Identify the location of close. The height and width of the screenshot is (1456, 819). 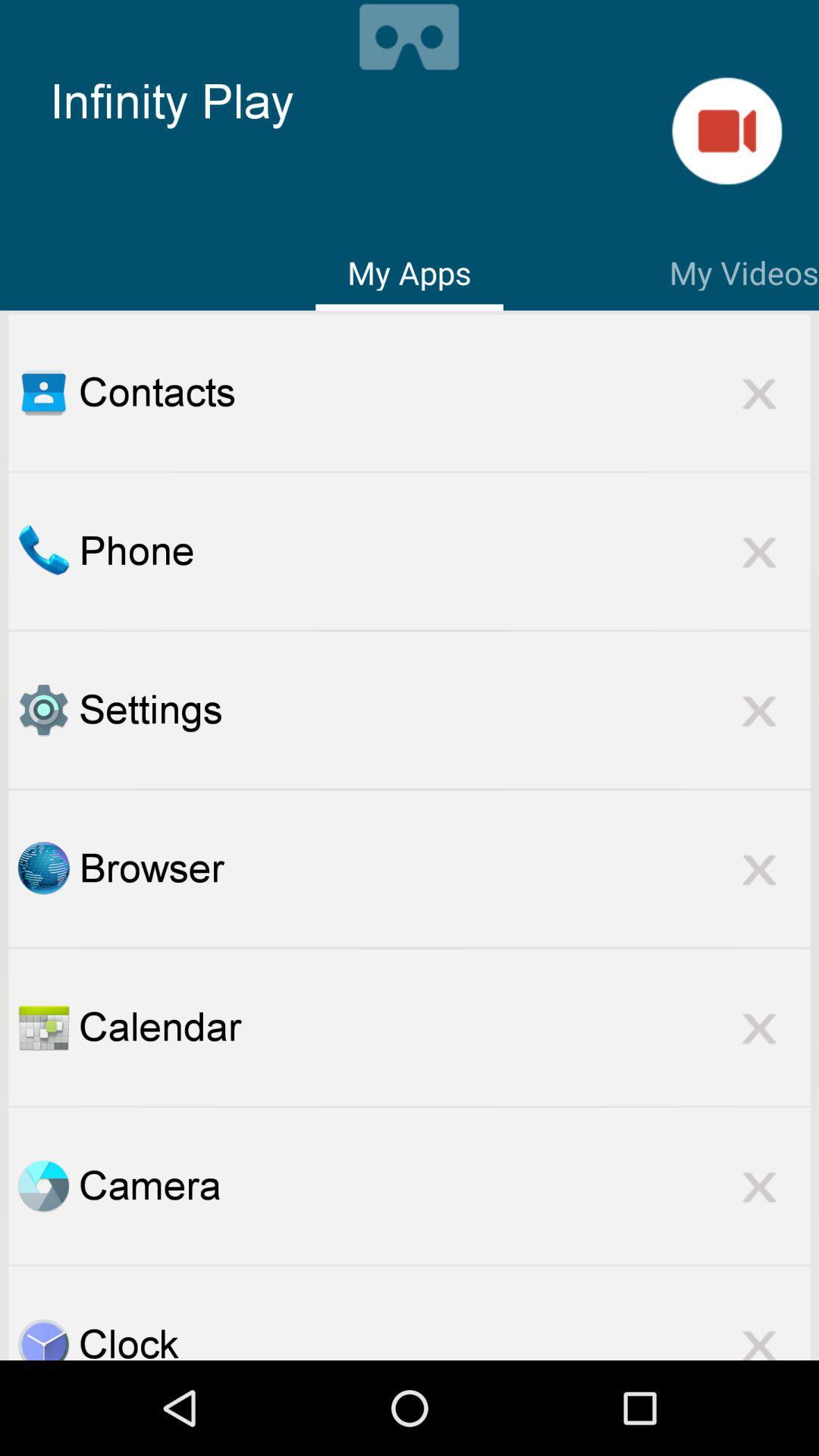
(759, 392).